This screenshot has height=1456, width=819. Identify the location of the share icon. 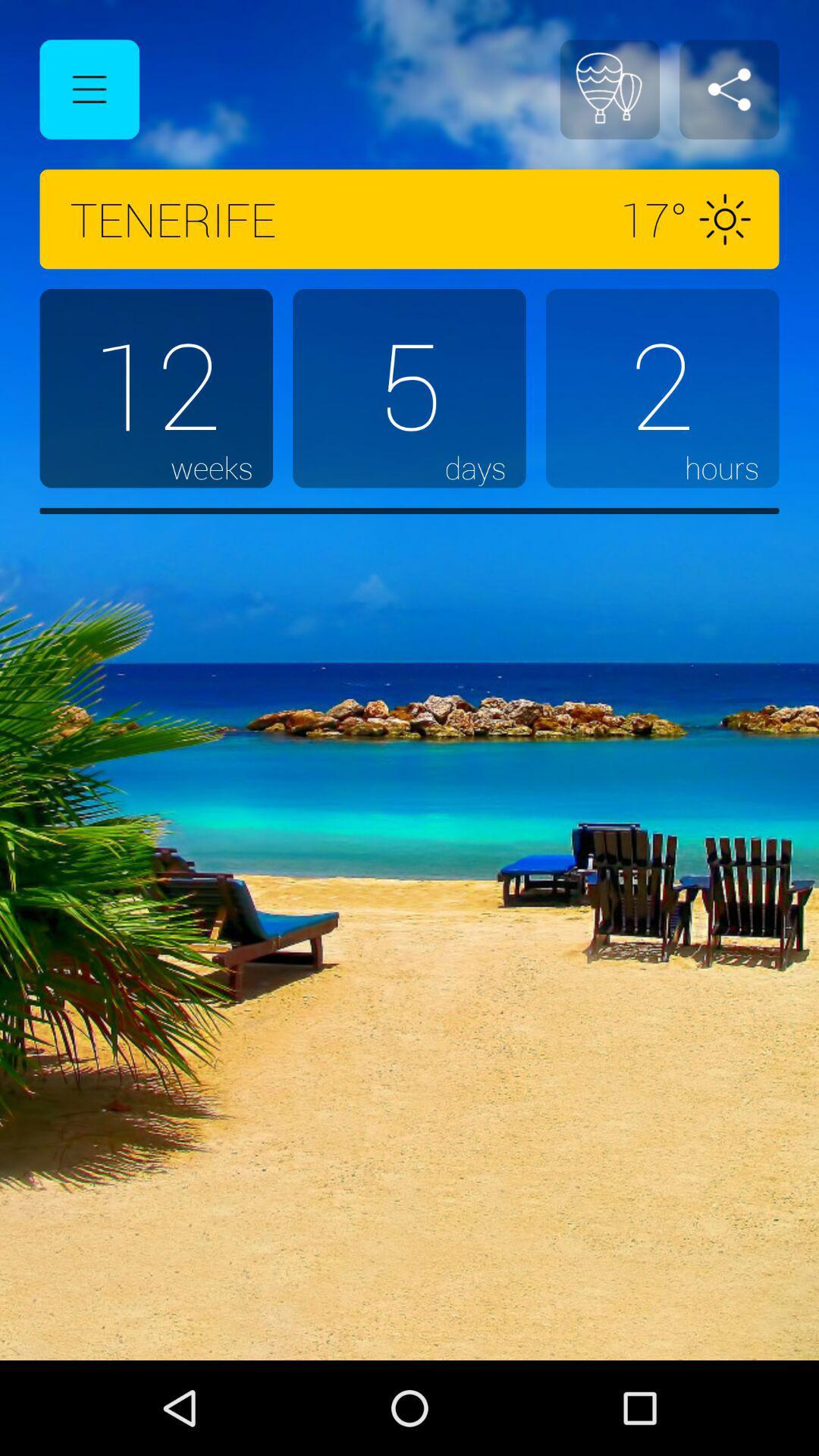
(728, 89).